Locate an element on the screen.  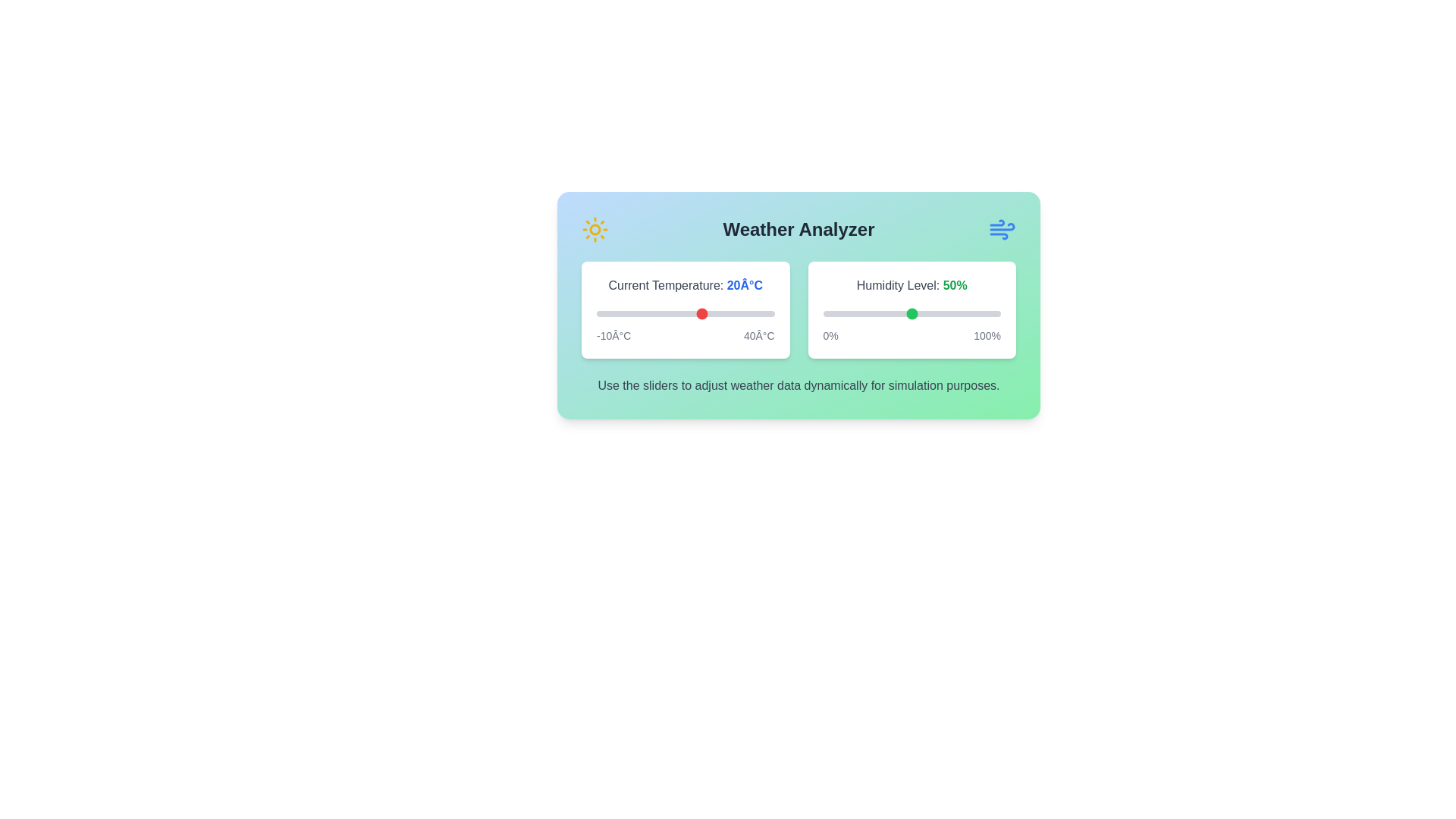
the temperature slider to 26°C is located at coordinates (723, 312).